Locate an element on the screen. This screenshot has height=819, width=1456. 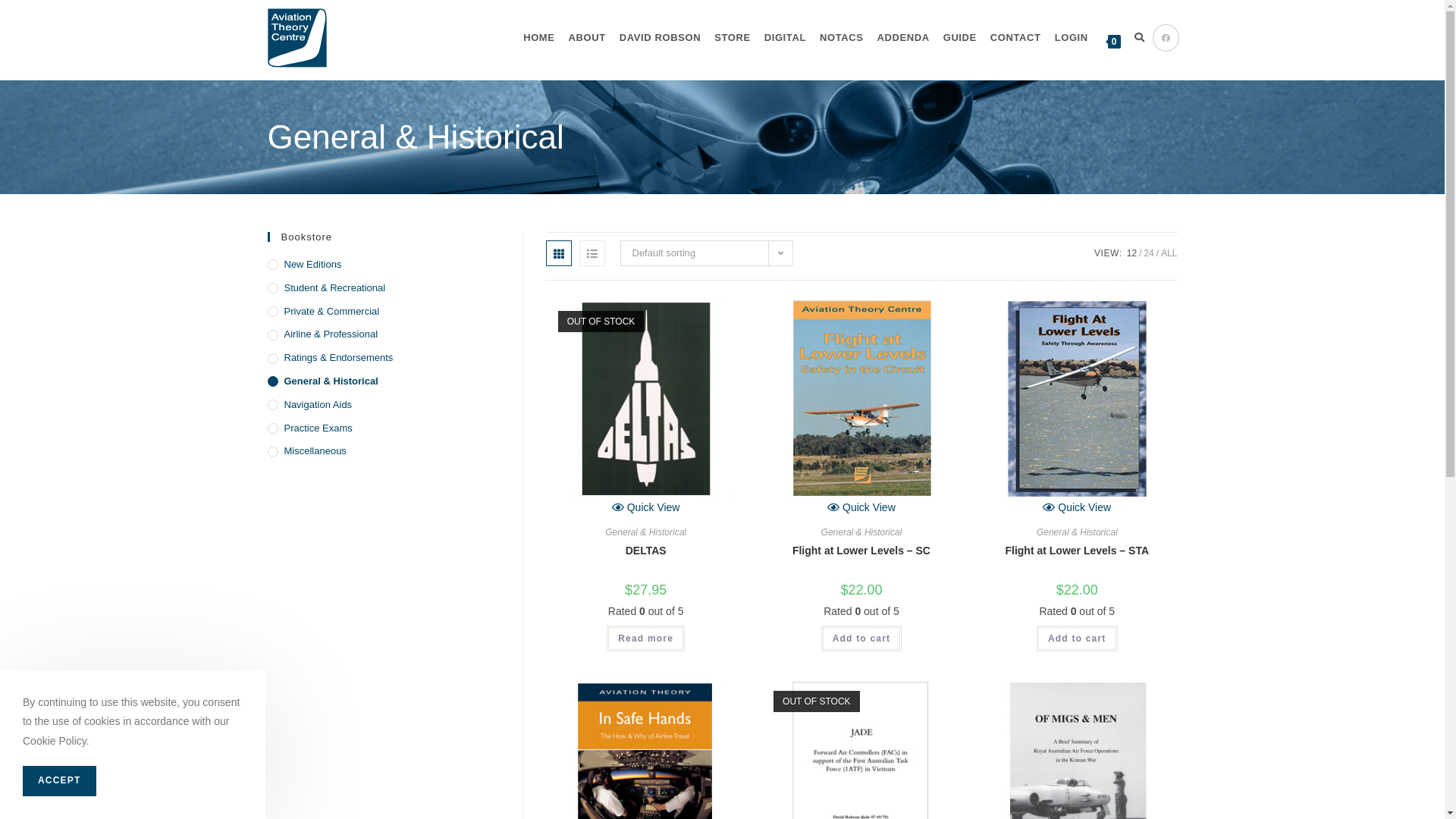
'Quick View' is located at coordinates (861, 507).